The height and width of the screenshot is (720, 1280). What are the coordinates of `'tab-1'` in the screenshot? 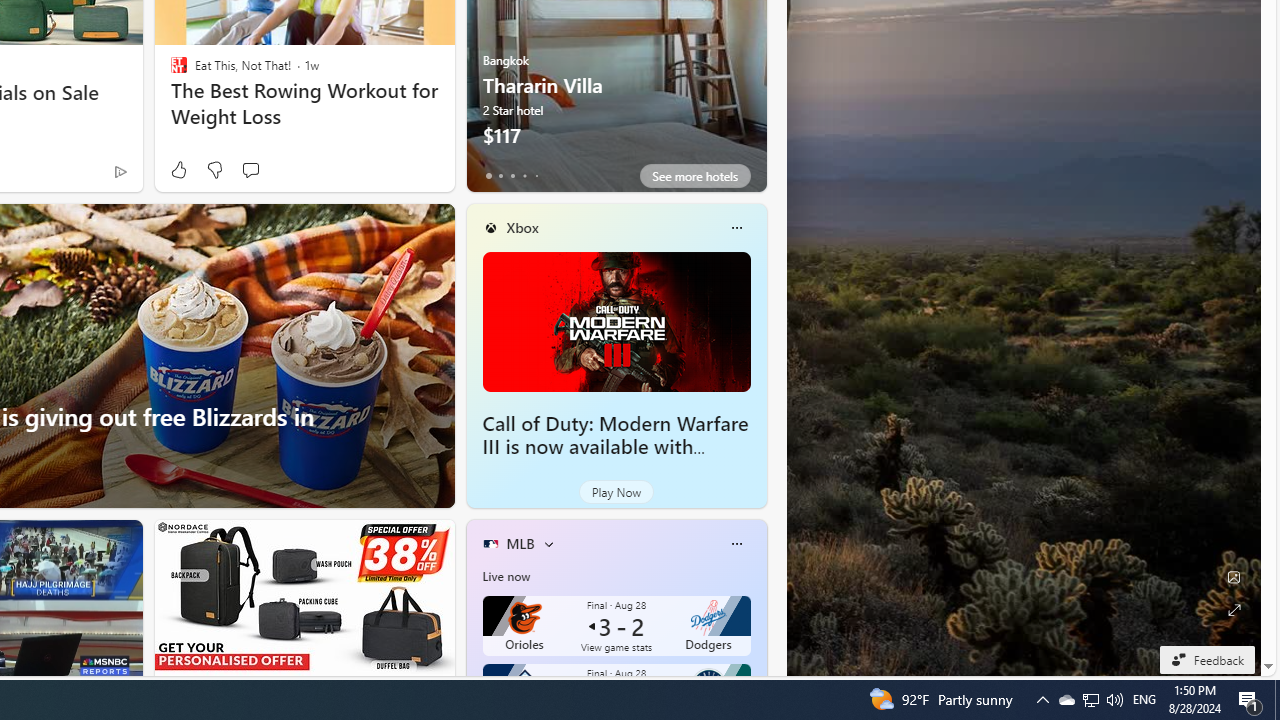 It's located at (500, 175).